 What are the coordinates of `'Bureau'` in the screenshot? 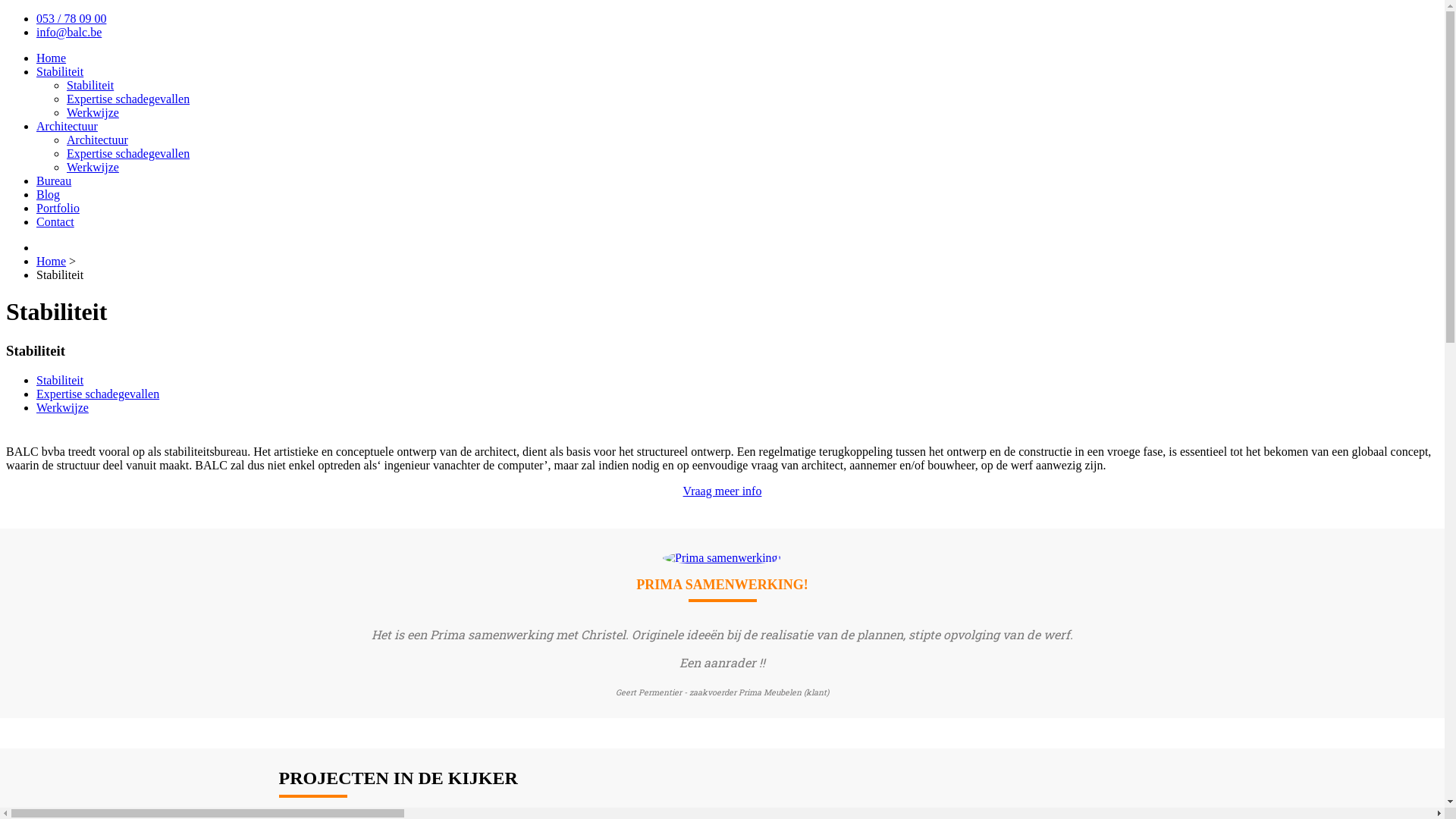 It's located at (54, 180).